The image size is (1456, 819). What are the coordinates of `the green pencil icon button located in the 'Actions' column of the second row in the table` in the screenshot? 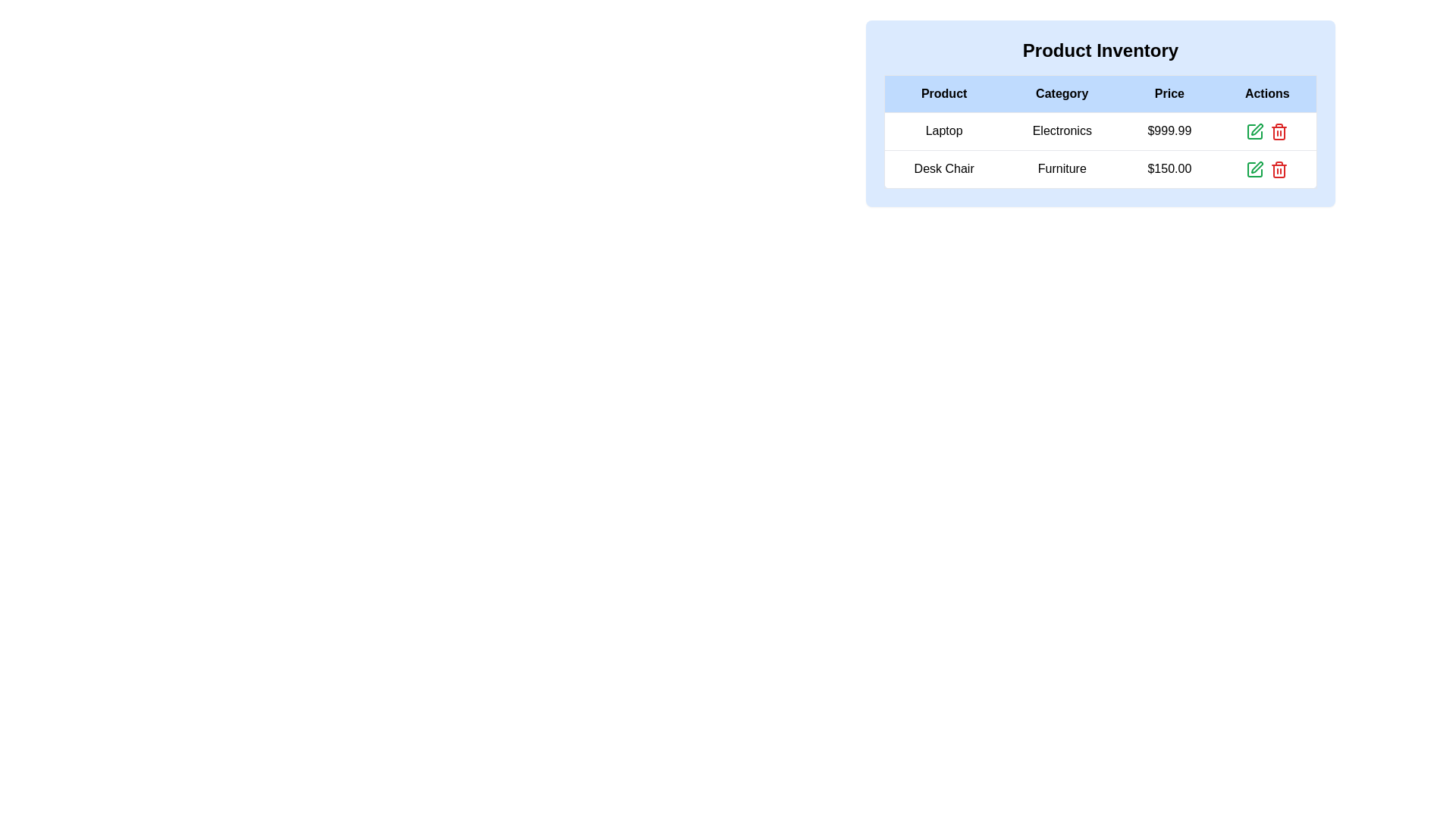 It's located at (1255, 130).